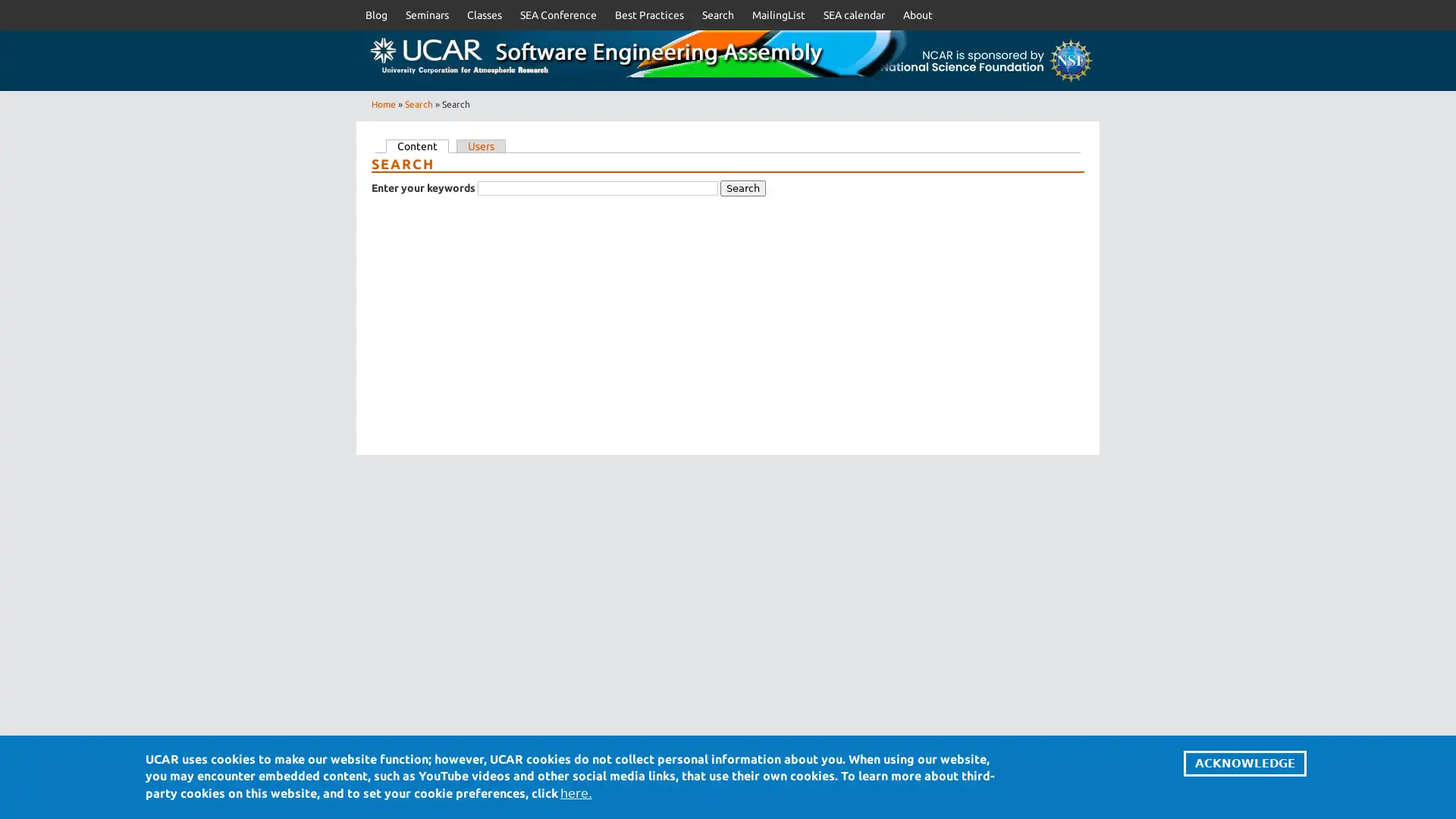 This screenshot has width=1456, height=819. Describe the element at coordinates (742, 187) in the screenshot. I see `Search` at that location.